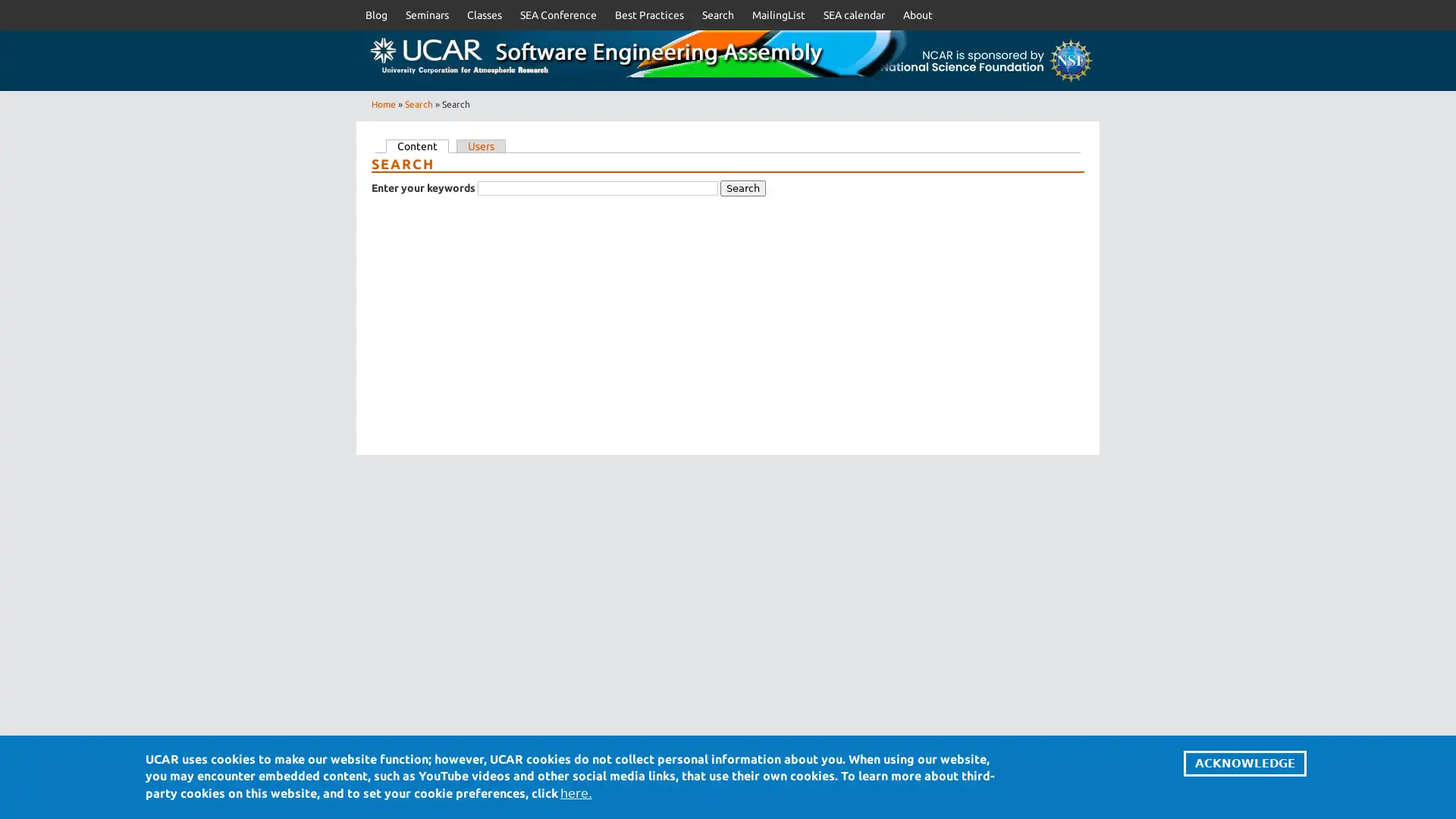 This screenshot has width=1456, height=819. Describe the element at coordinates (742, 187) in the screenshot. I see `Search` at that location.